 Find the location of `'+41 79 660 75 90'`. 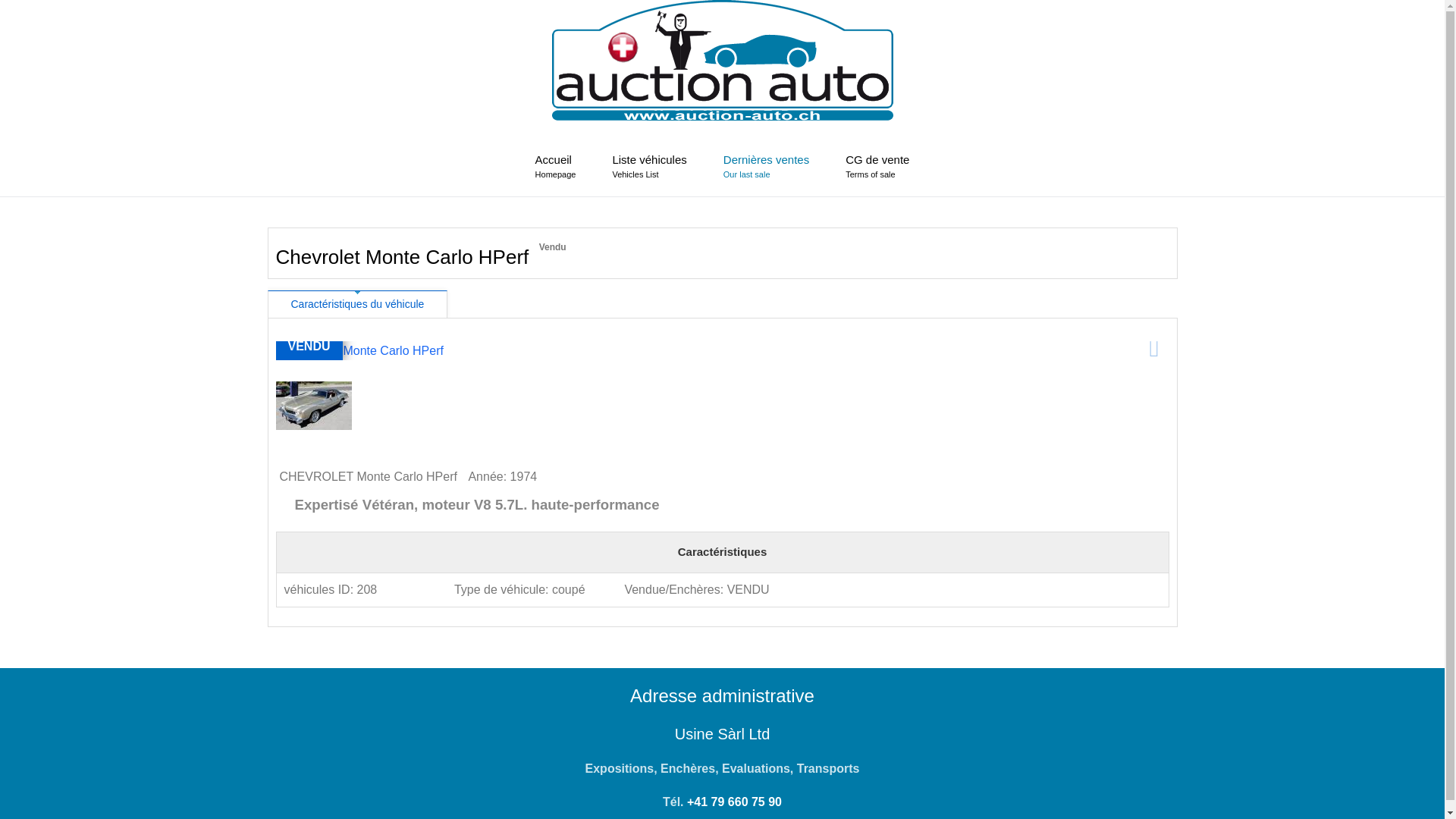

'+41 79 660 75 90' is located at coordinates (734, 801).